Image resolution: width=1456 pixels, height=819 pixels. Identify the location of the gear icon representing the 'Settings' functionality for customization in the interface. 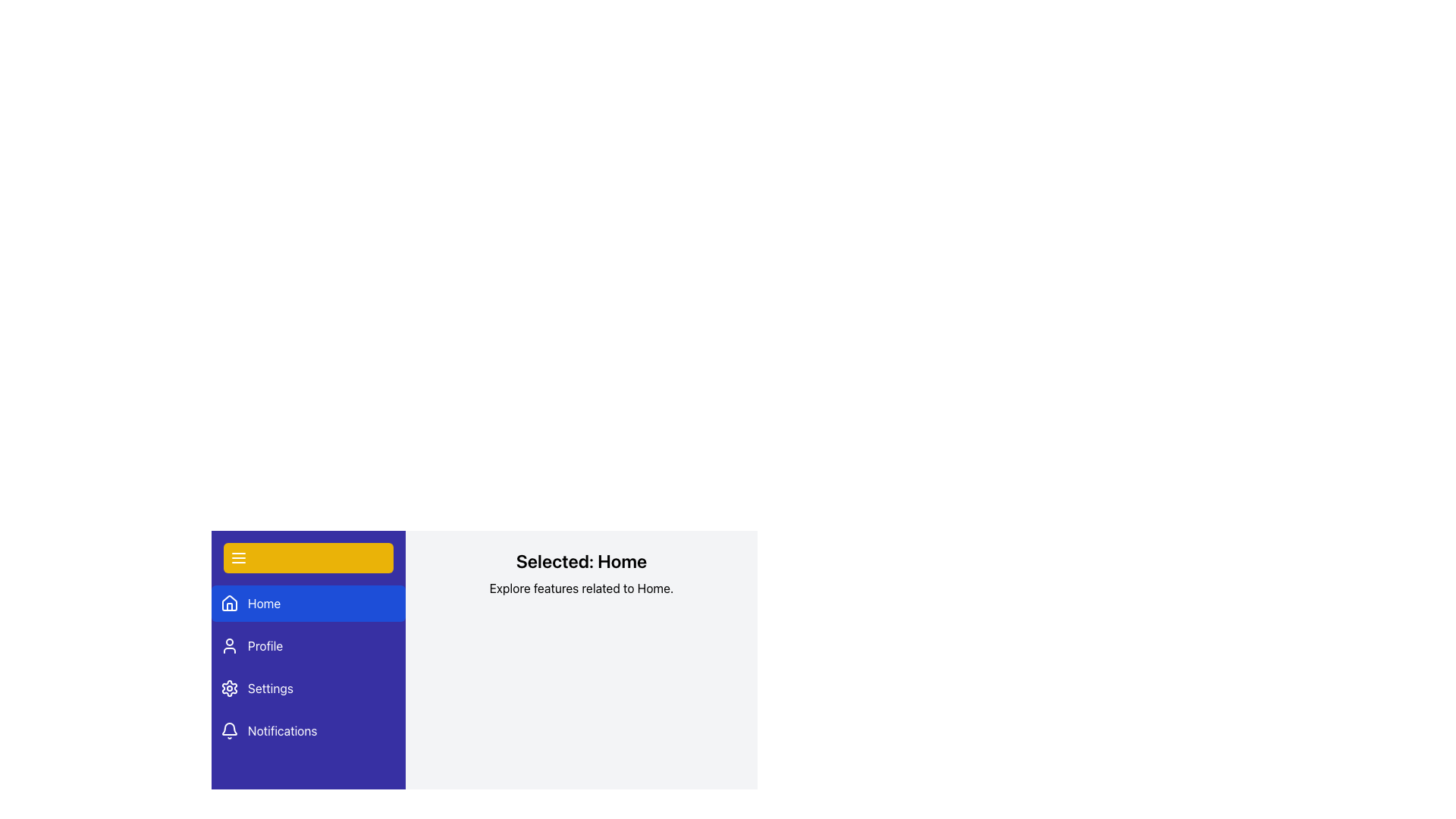
(228, 688).